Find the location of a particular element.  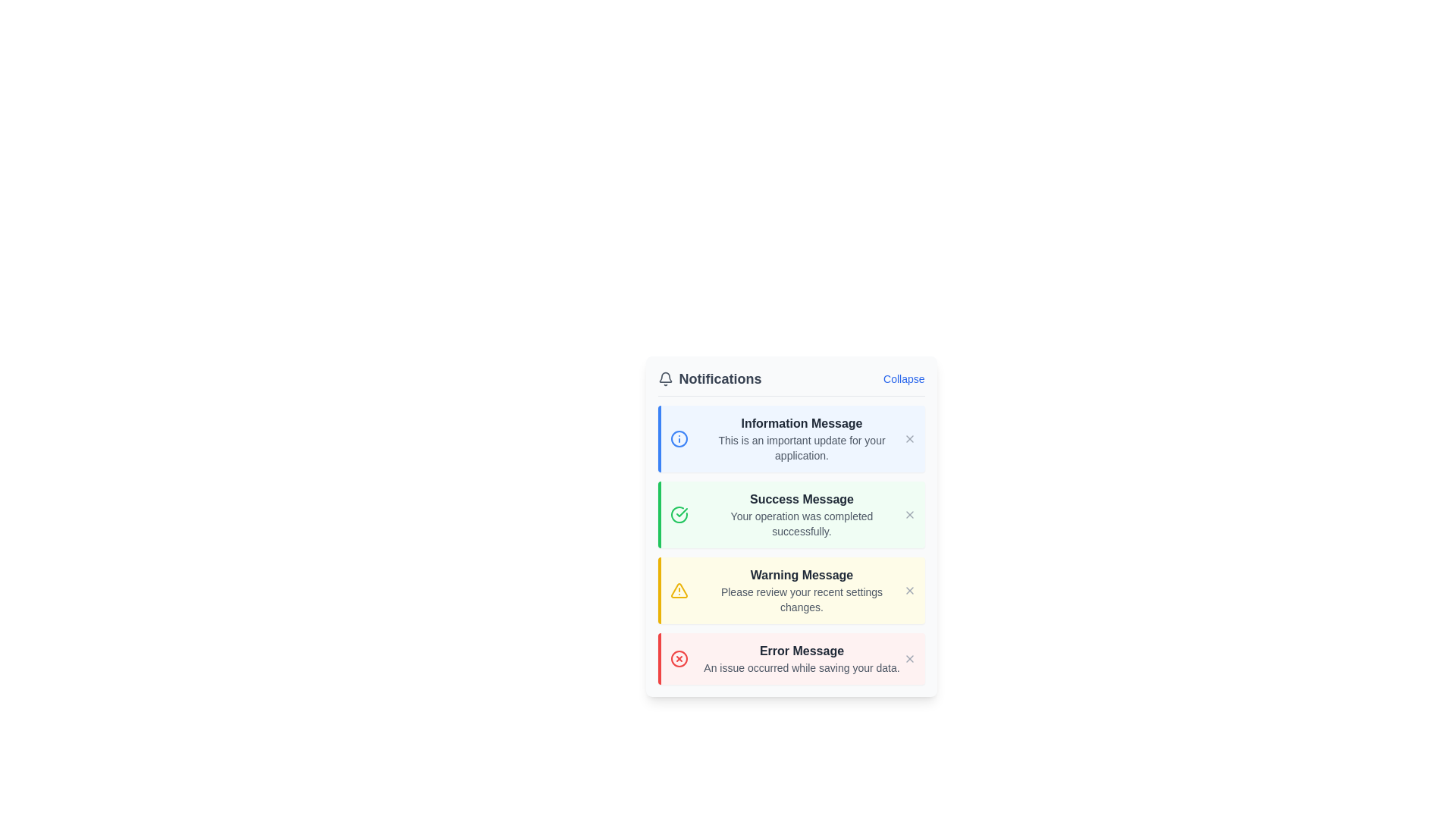

'Error Message' text which serves as the title for the error notification, located in the bottom-most notification item of the 'Notifications' panel is located at coordinates (801, 651).